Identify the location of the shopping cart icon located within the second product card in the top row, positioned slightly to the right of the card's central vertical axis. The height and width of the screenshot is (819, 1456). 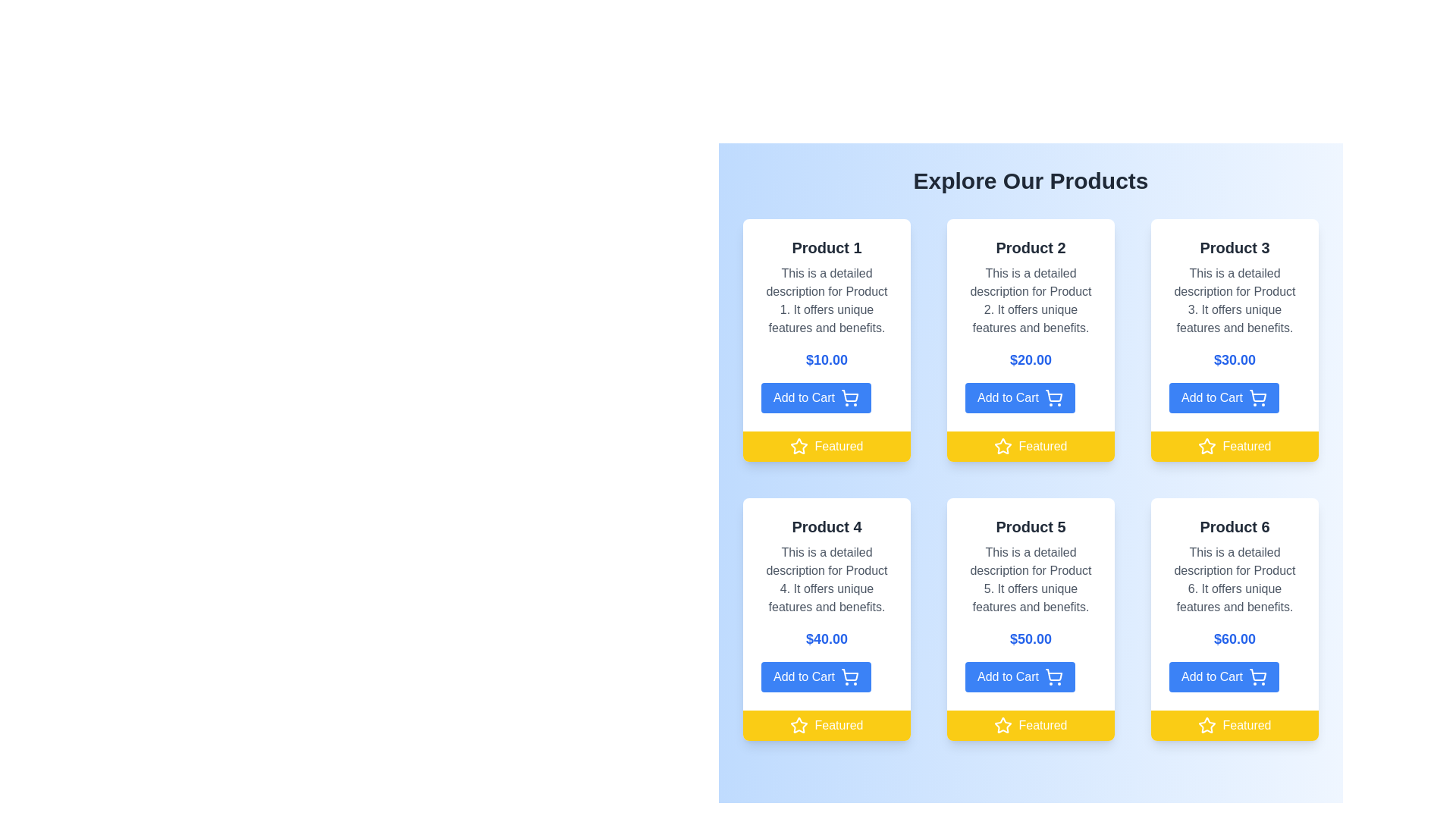
(1053, 395).